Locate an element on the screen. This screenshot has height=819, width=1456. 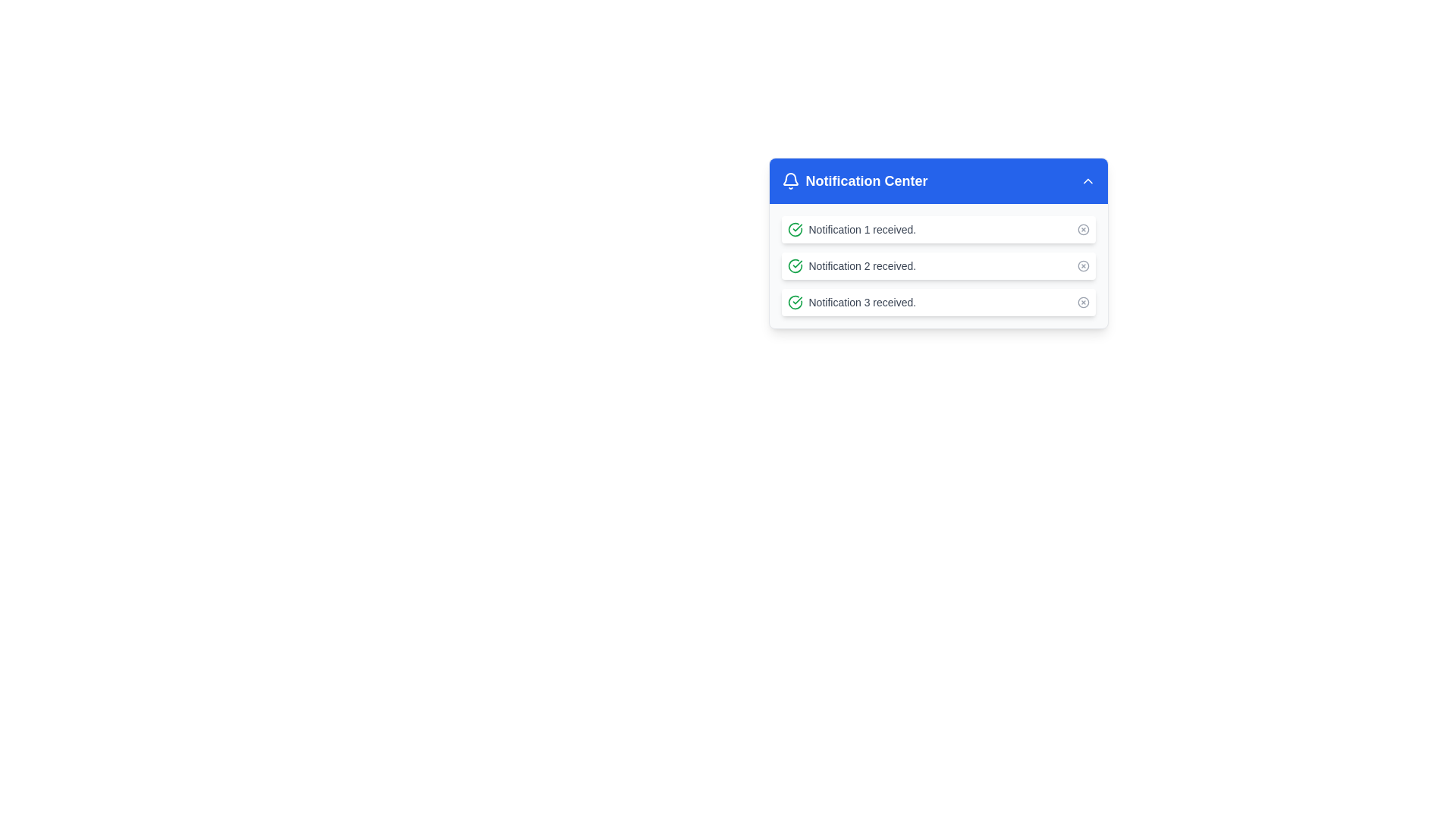
the green circular icon with a checkmark inside, located to the left of the notification text 'Notification 3 received.' is located at coordinates (794, 302).